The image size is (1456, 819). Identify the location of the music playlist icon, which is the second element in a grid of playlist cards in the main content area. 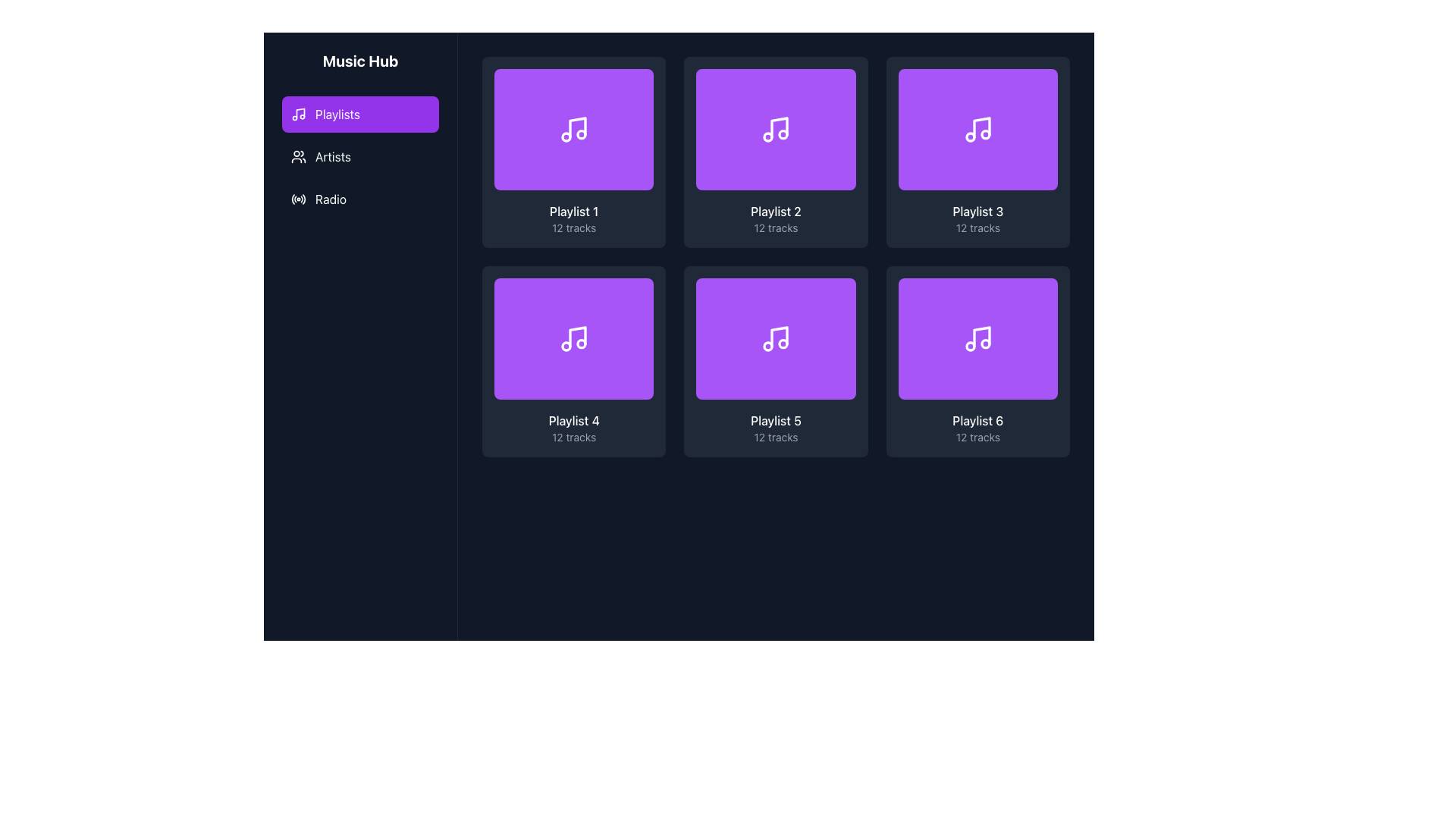
(776, 128).